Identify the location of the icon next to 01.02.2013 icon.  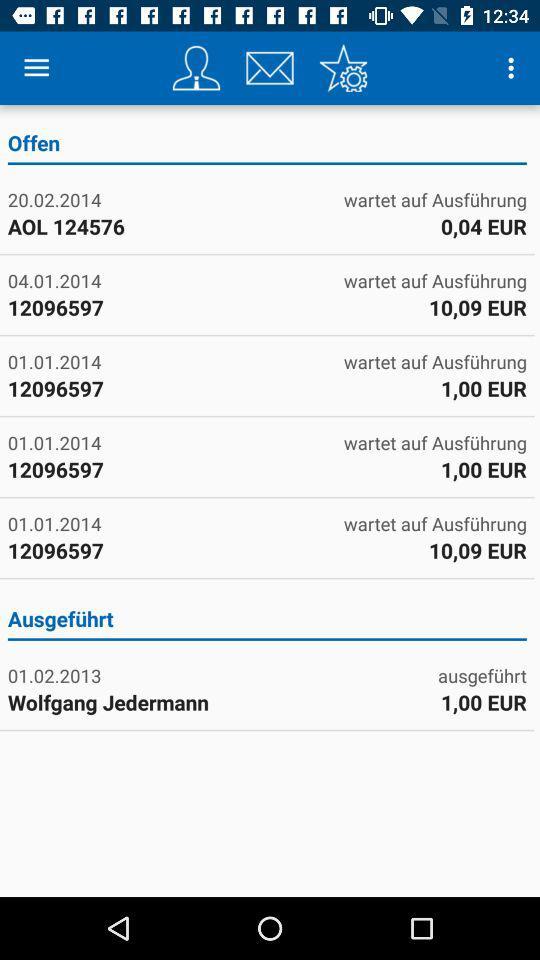
(481, 675).